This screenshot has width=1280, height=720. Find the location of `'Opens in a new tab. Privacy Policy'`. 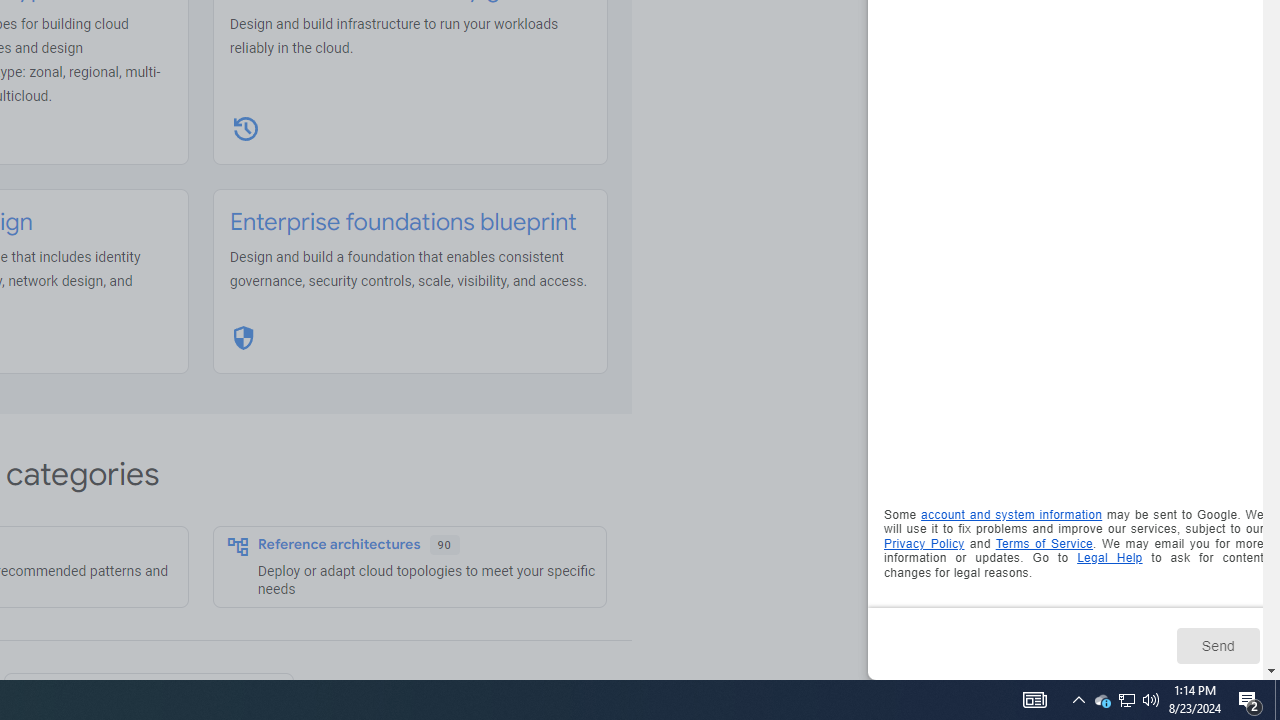

'Opens in a new tab. Privacy Policy' is located at coordinates (923, 543).